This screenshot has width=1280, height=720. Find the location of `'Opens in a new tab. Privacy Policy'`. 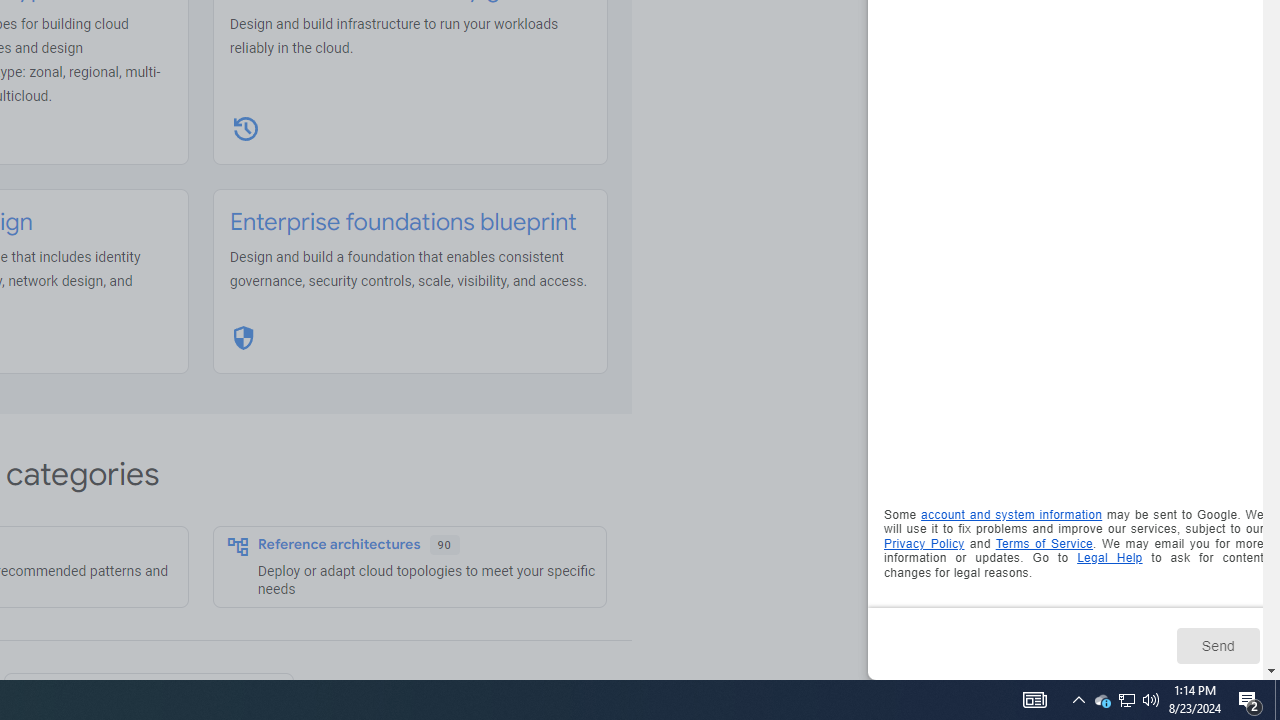

'Opens in a new tab. Privacy Policy' is located at coordinates (923, 543).